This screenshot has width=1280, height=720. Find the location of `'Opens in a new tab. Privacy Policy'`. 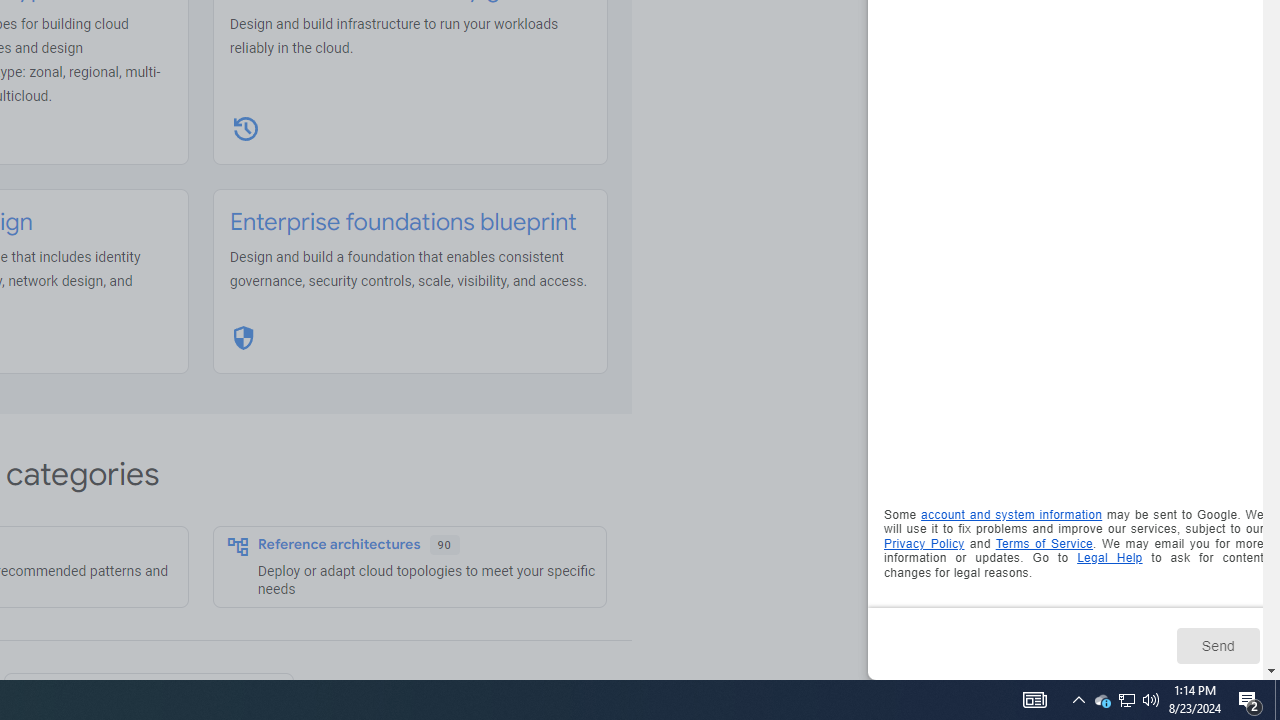

'Opens in a new tab. Privacy Policy' is located at coordinates (923, 543).